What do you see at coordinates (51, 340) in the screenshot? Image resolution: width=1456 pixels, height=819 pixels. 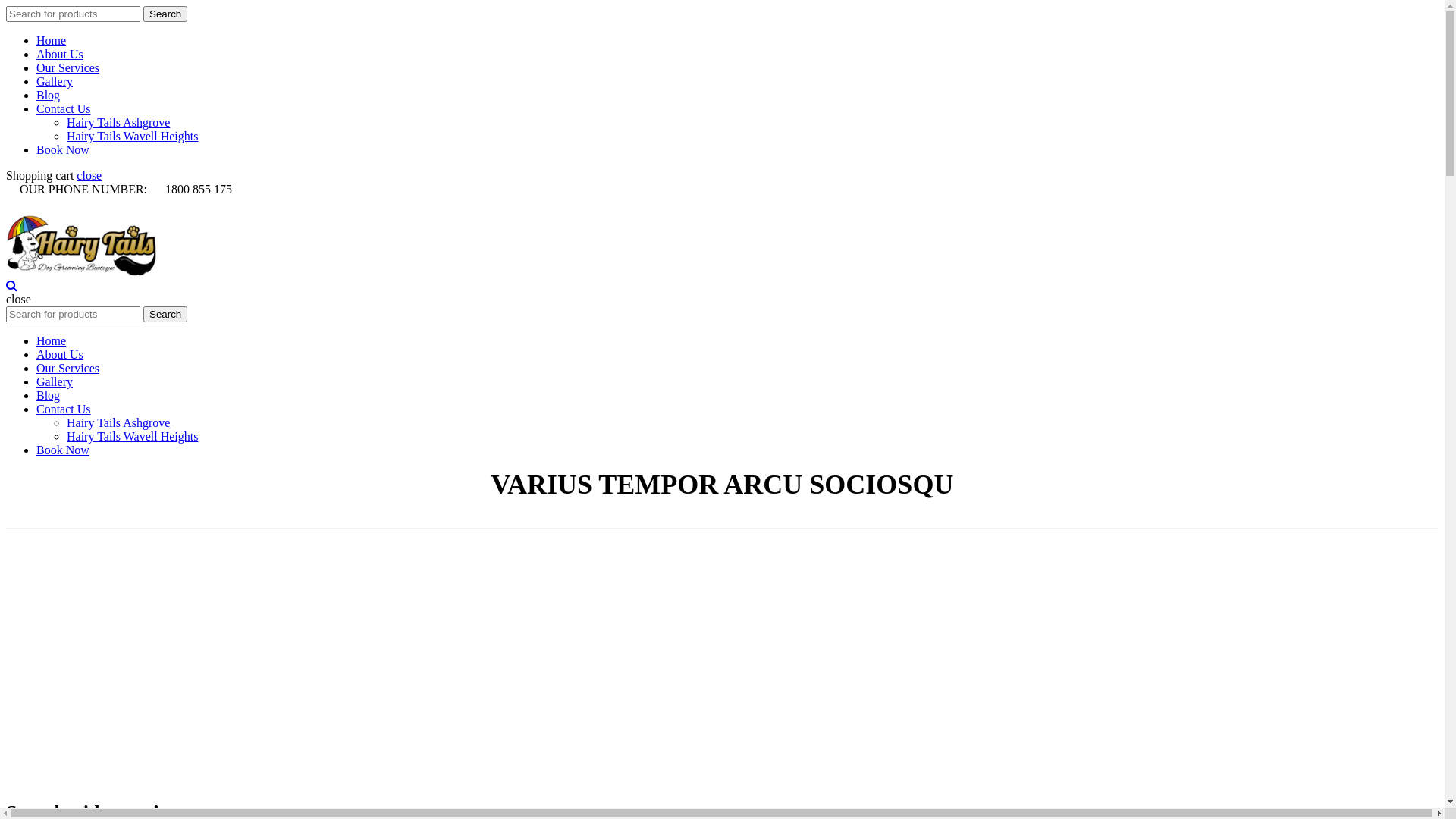 I see `'Home'` at bounding box center [51, 340].